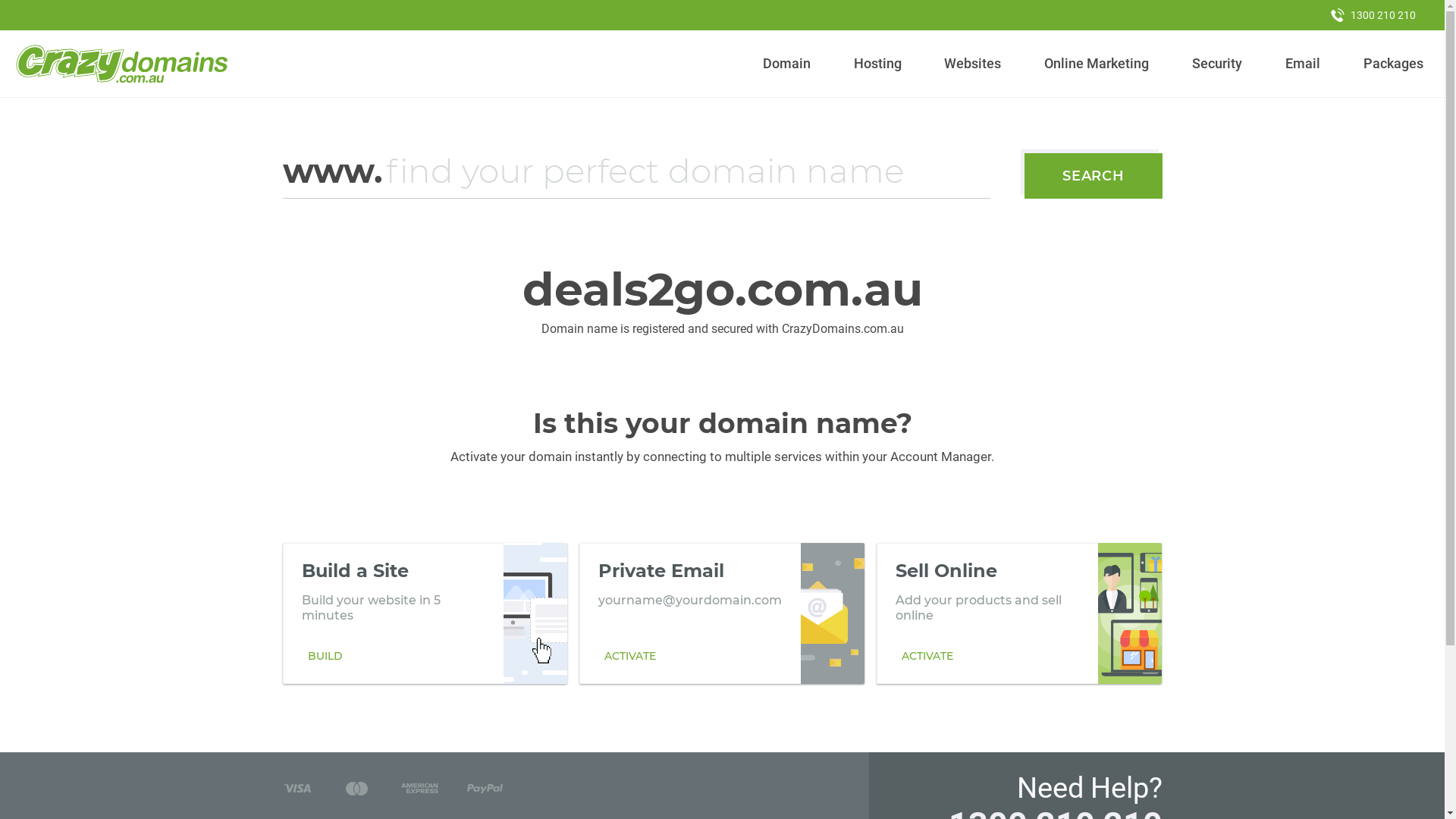 The width and height of the screenshot is (1456, 819). What do you see at coordinates (1093, 174) in the screenshot?
I see `'SEARCH'` at bounding box center [1093, 174].